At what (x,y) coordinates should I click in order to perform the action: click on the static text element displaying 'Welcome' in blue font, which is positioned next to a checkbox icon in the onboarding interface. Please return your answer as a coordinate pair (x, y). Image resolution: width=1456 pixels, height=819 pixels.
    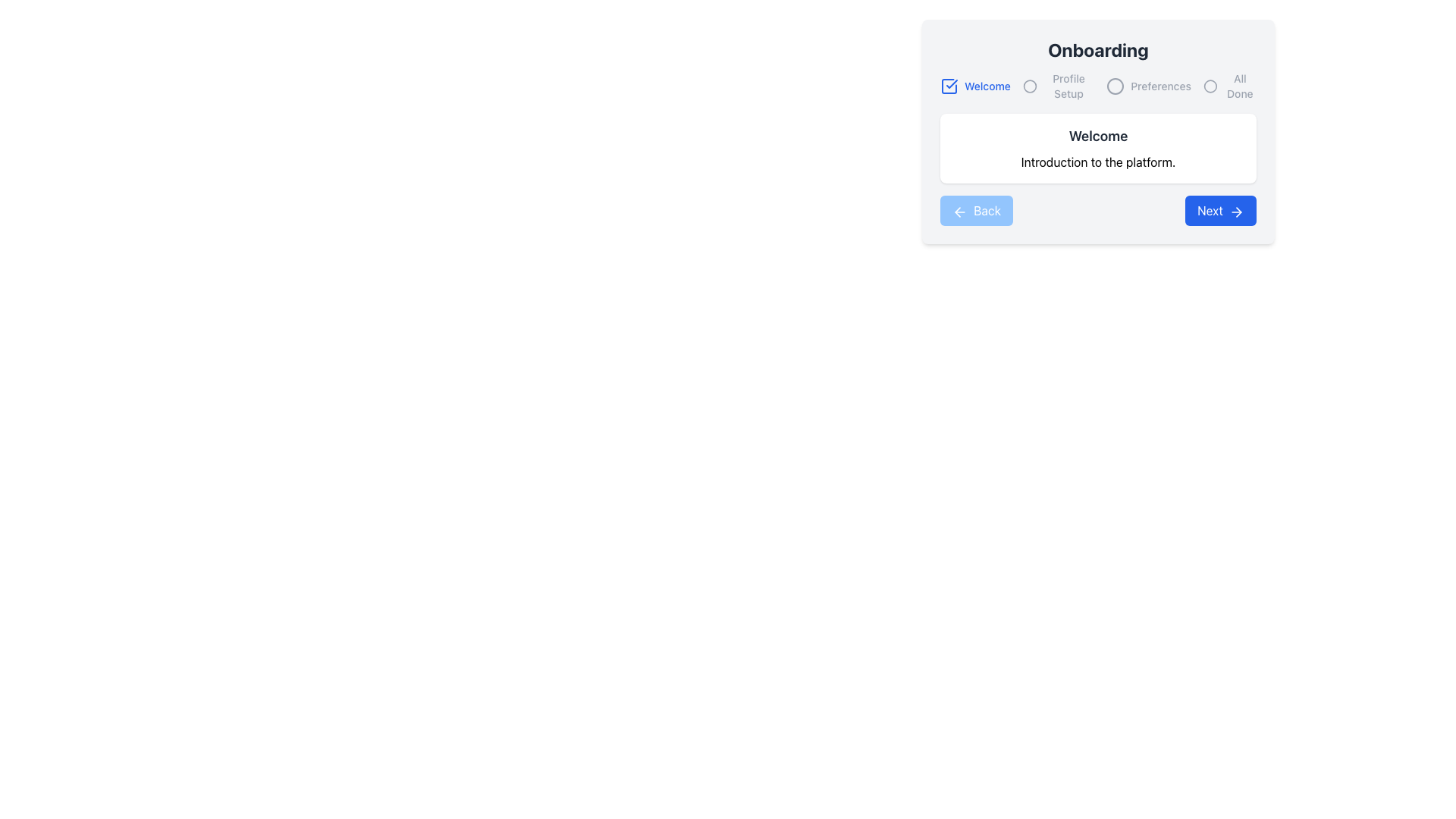
    Looking at the image, I should click on (987, 86).